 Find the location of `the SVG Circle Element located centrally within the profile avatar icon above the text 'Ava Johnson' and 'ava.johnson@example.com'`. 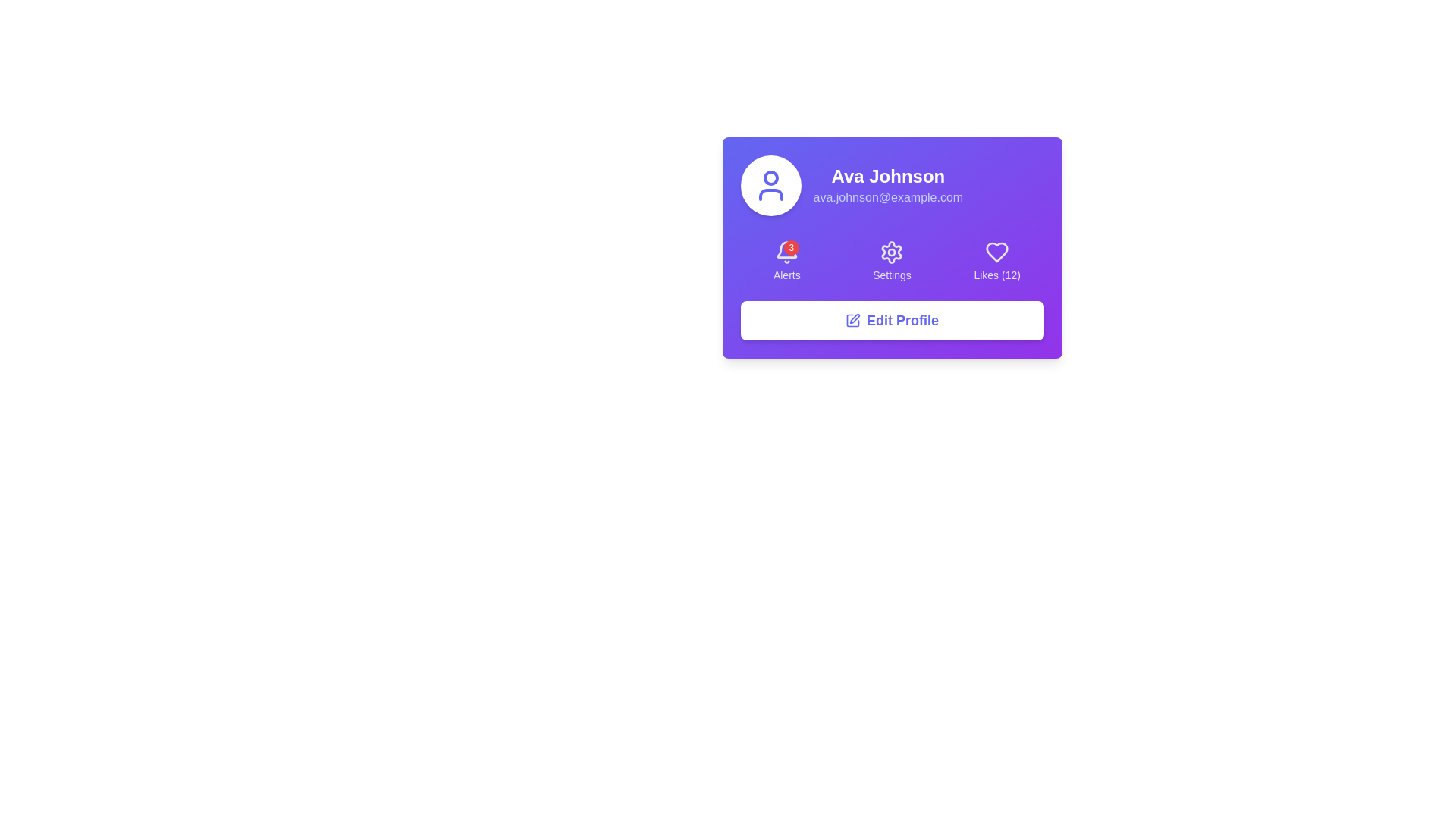

the SVG Circle Element located centrally within the profile avatar icon above the text 'Ava Johnson' and 'ava.johnson@example.com' is located at coordinates (770, 177).